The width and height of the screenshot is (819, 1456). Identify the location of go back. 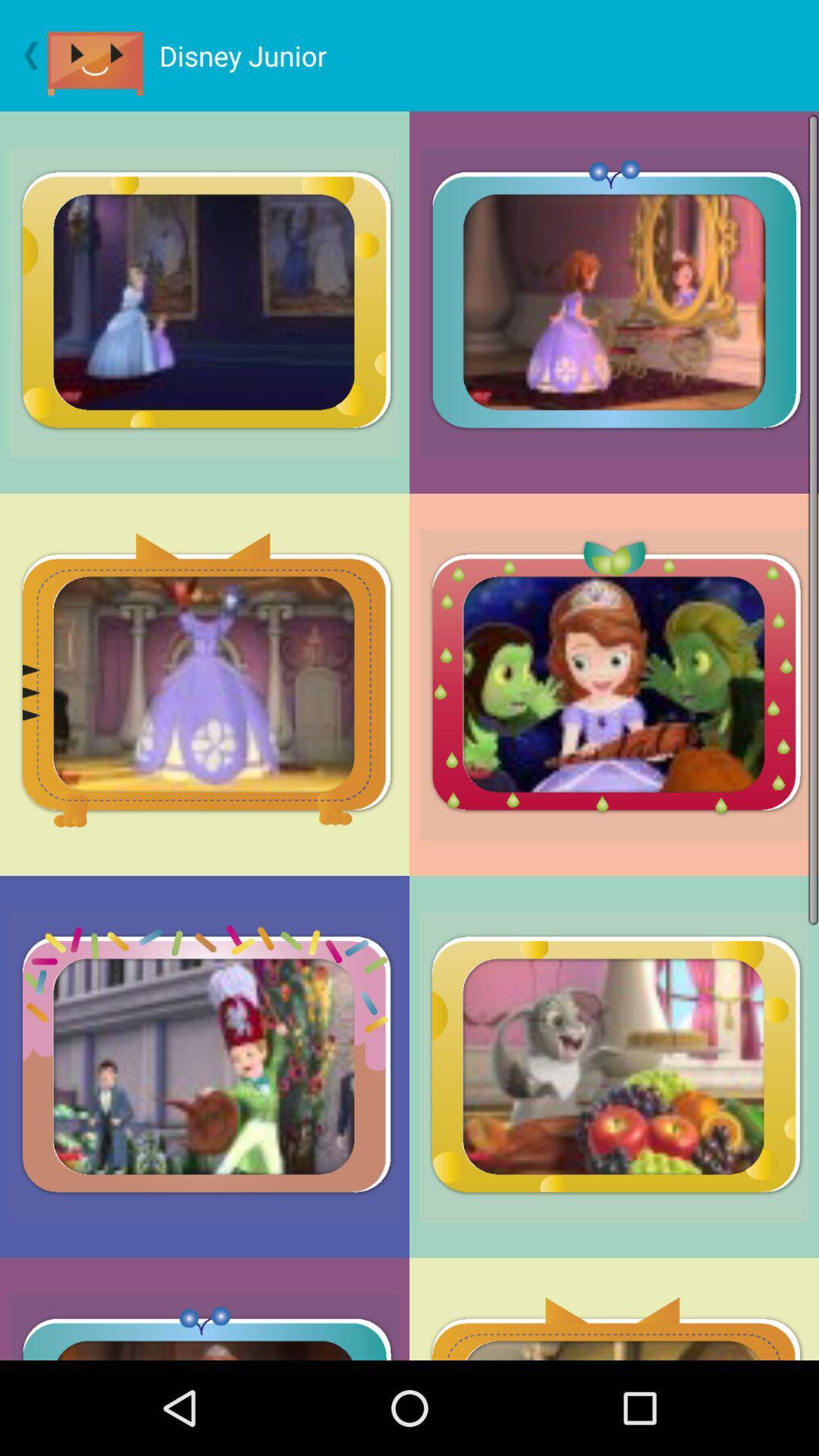
(24, 55).